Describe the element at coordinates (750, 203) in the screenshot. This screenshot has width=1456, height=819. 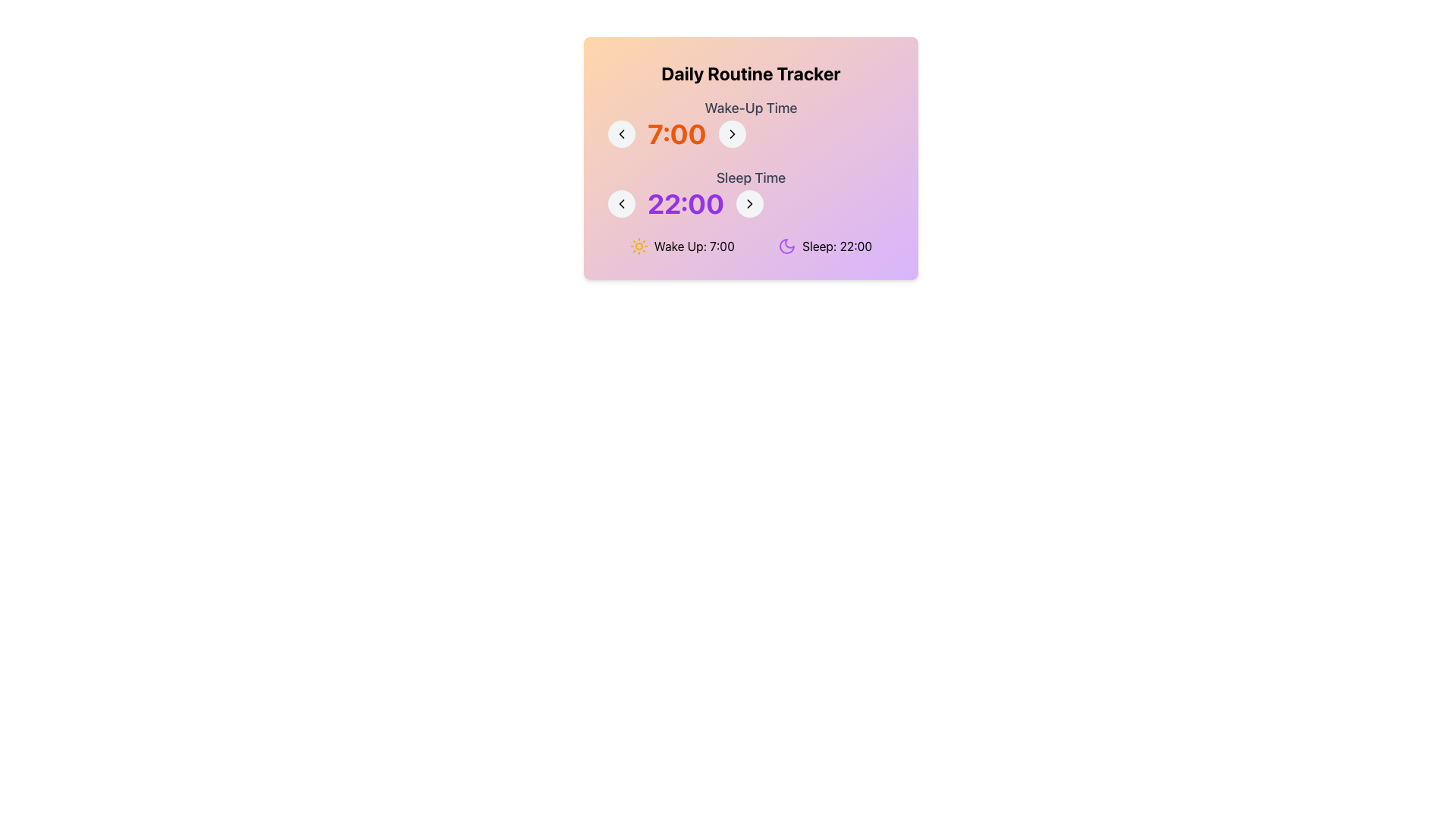
I see `the circular button with a gray background and a right-pointing chevron icon, located to the right of the 'Sleep Time' label and the purple '22:00' text, to increase sleep time` at that location.